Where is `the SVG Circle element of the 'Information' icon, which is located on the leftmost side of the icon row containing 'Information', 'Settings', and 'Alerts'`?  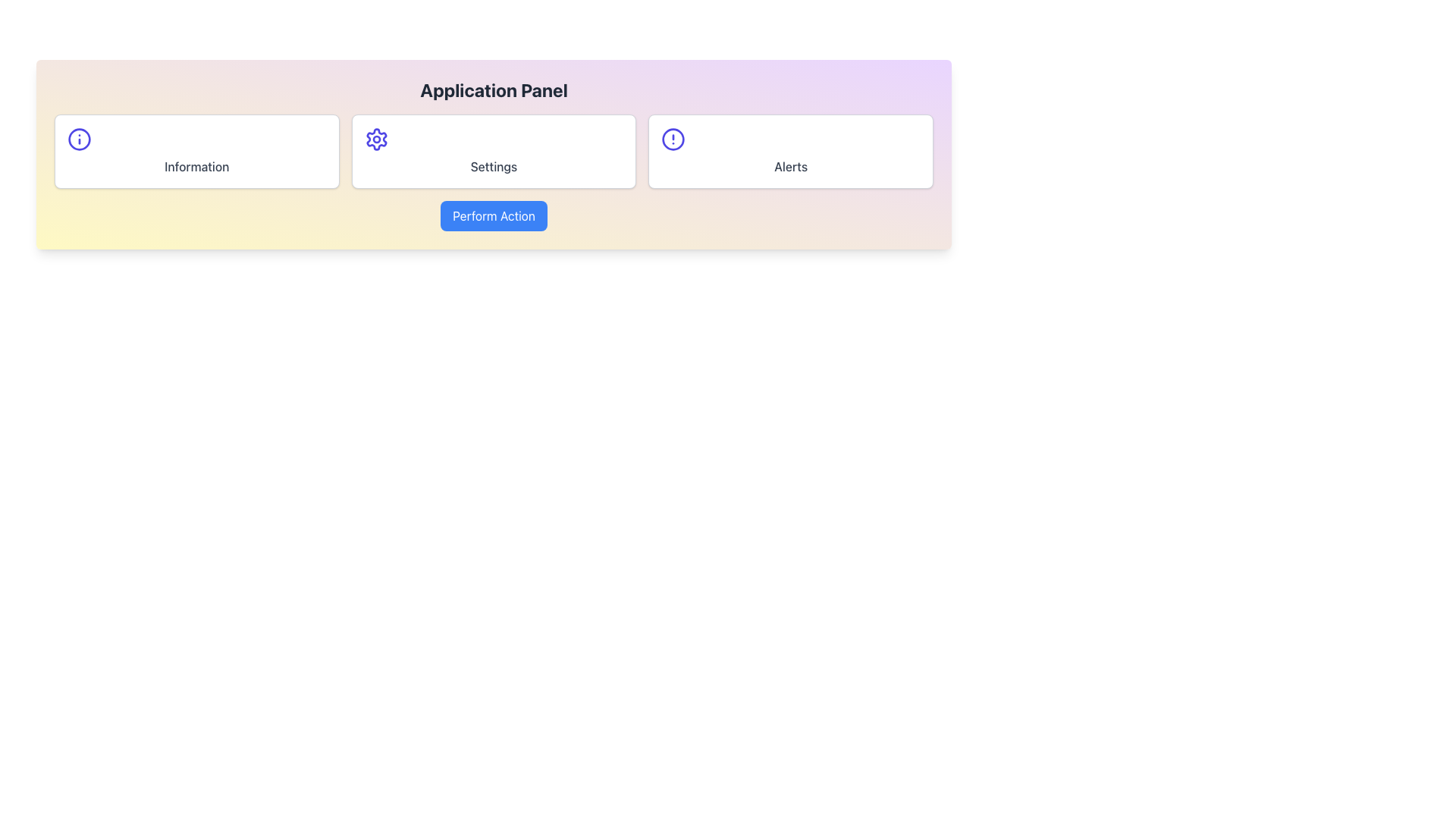 the SVG Circle element of the 'Information' icon, which is located on the leftmost side of the icon row containing 'Information', 'Settings', and 'Alerts' is located at coordinates (79, 140).